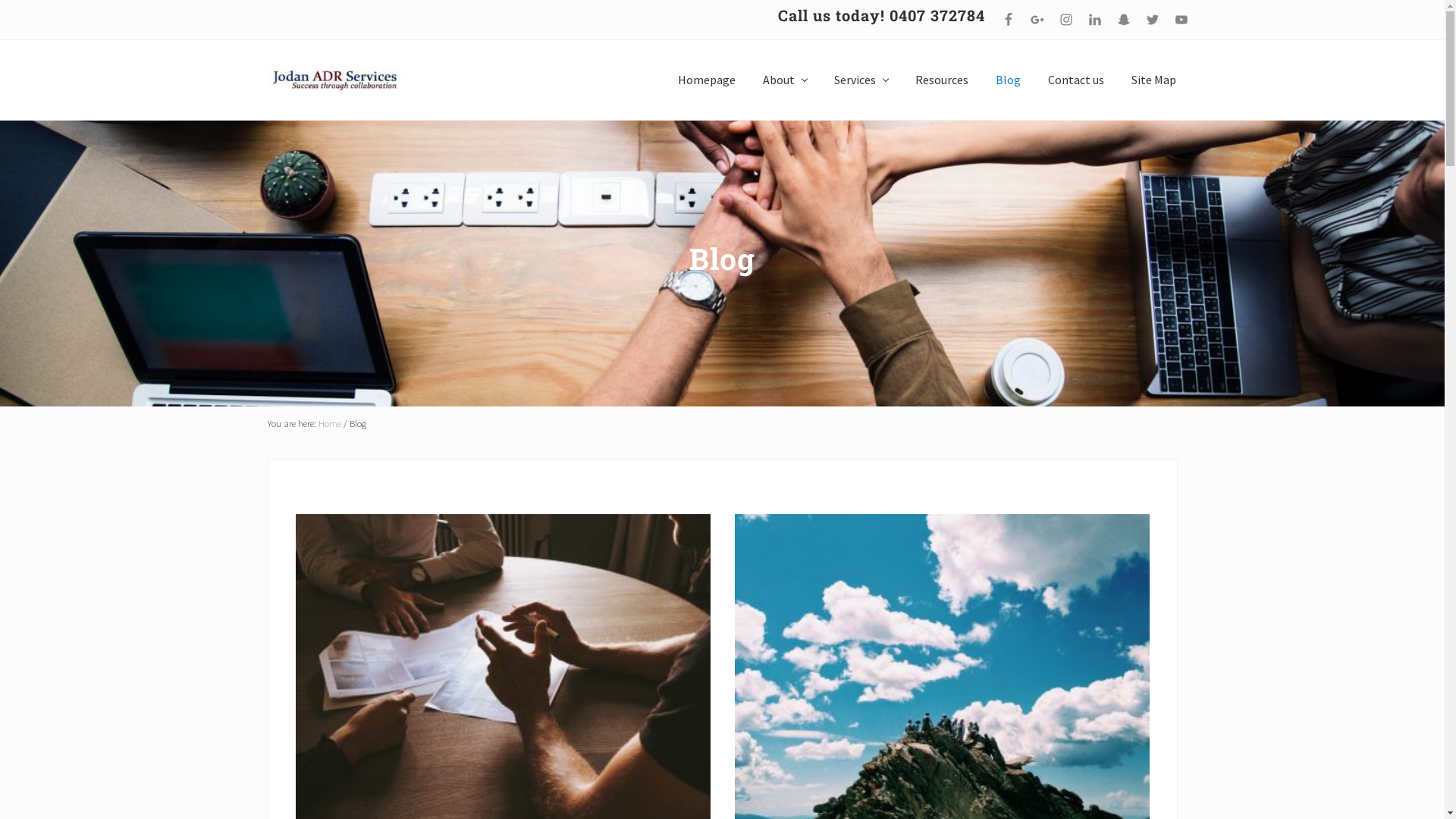 Image resolution: width=1456 pixels, height=819 pixels. I want to click on 'Services', so click(821, 79).